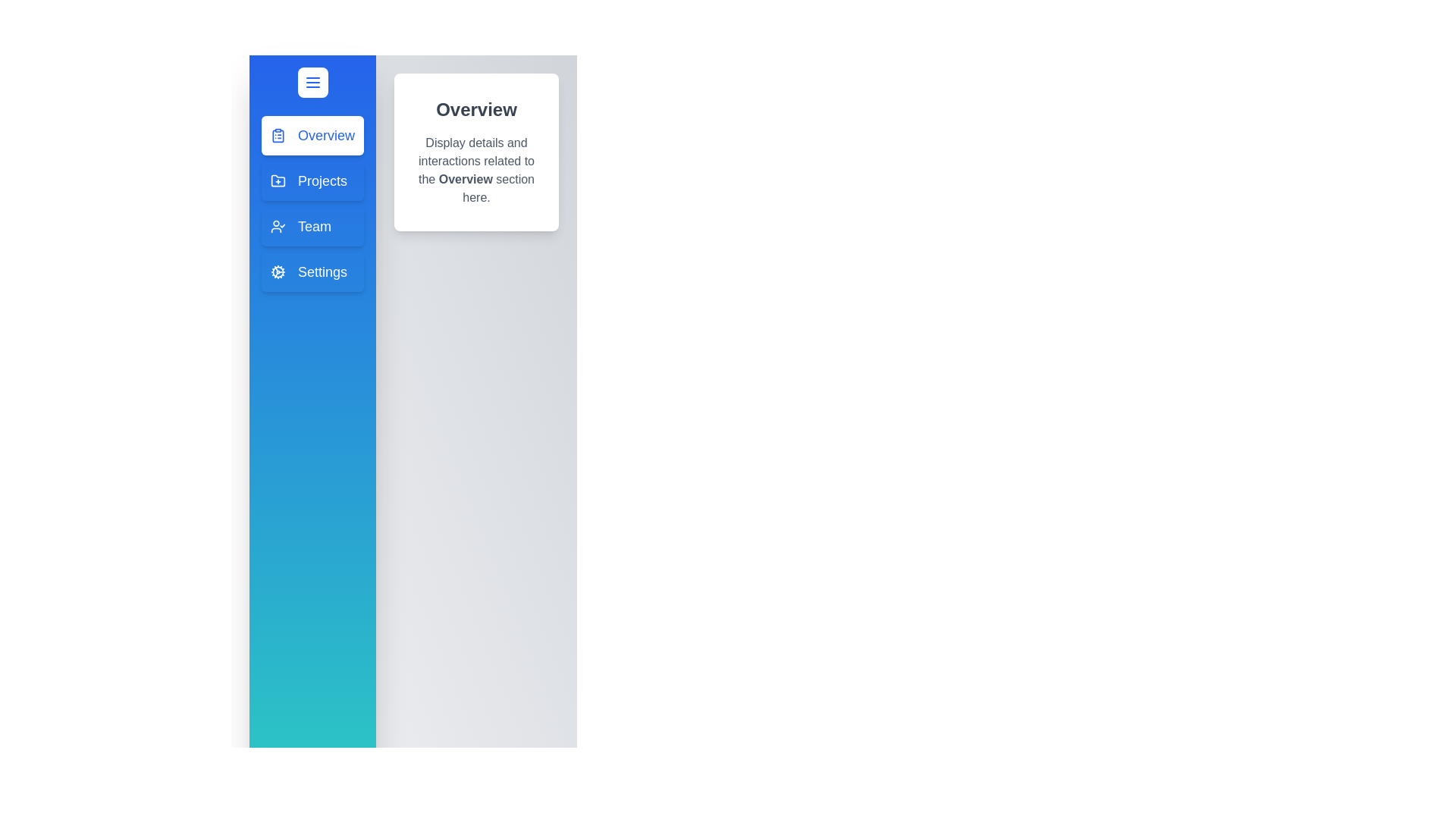 The image size is (1456, 819). What do you see at coordinates (312, 271) in the screenshot?
I see `the Settings section in the drawer` at bounding box center [312, 271].